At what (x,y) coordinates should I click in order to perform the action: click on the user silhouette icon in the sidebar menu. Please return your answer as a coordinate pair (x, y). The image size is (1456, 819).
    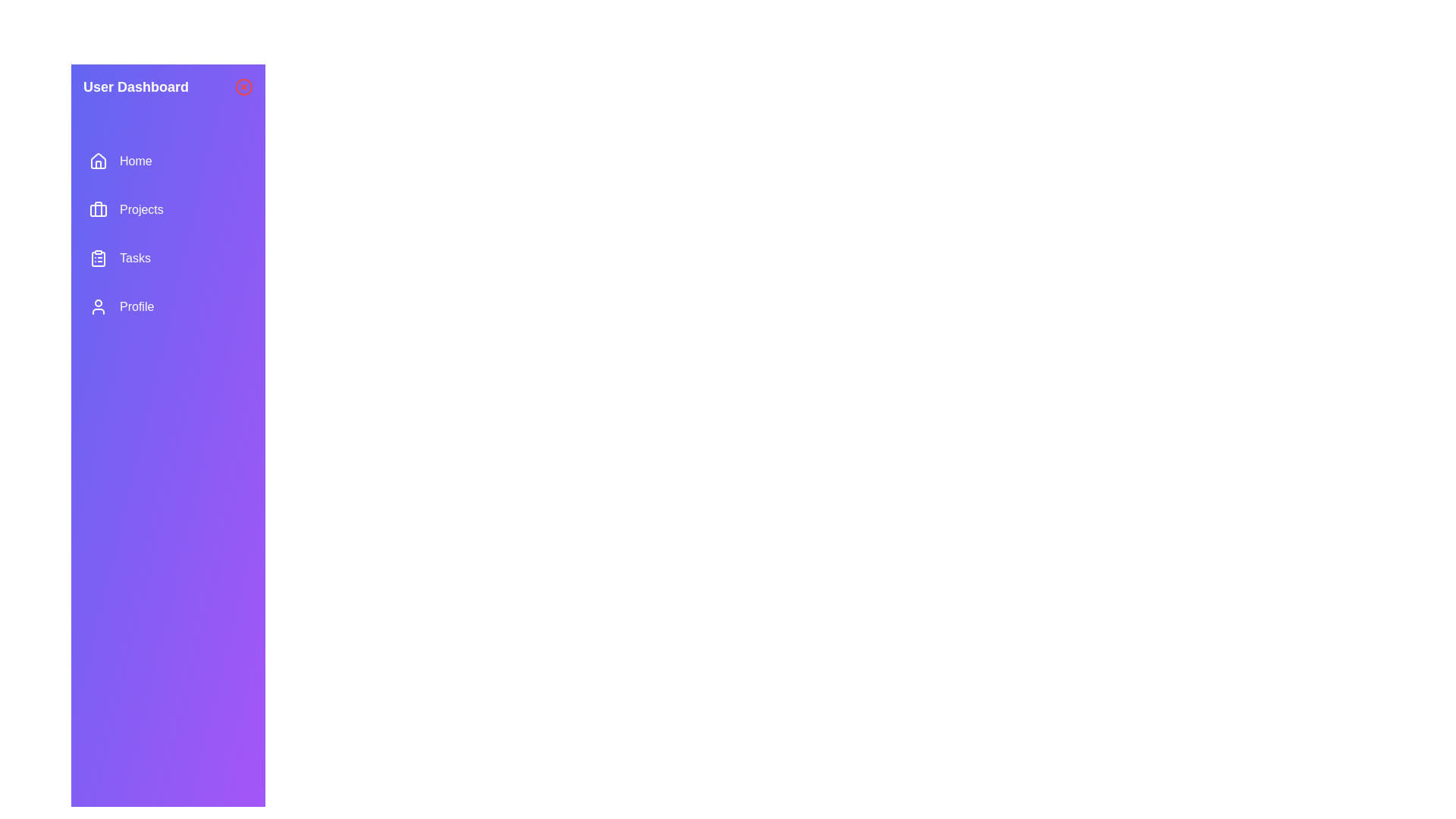
    Looking at the image, I should click on (97, 307).